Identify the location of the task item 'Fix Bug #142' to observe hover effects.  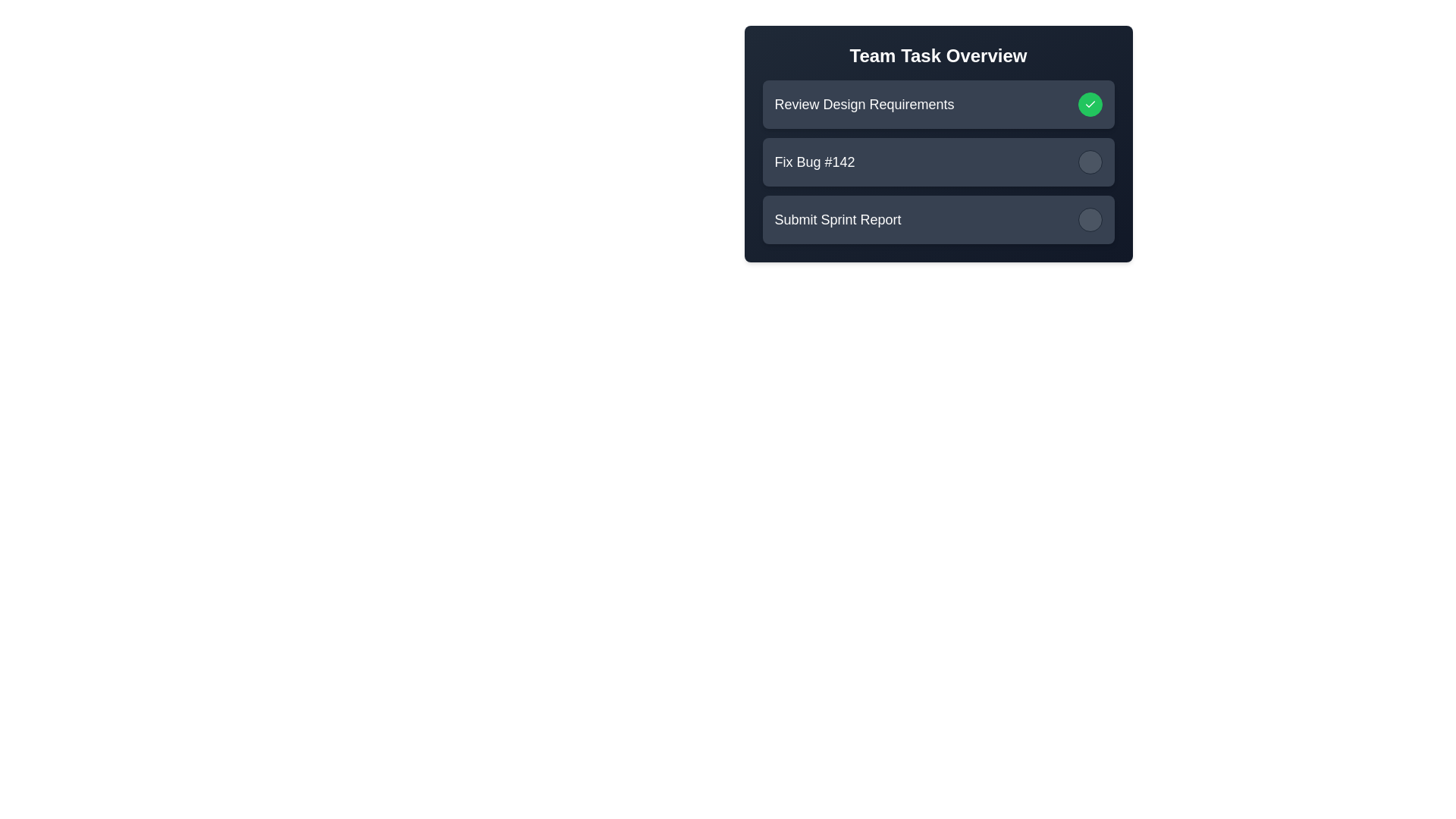
(937, 162).